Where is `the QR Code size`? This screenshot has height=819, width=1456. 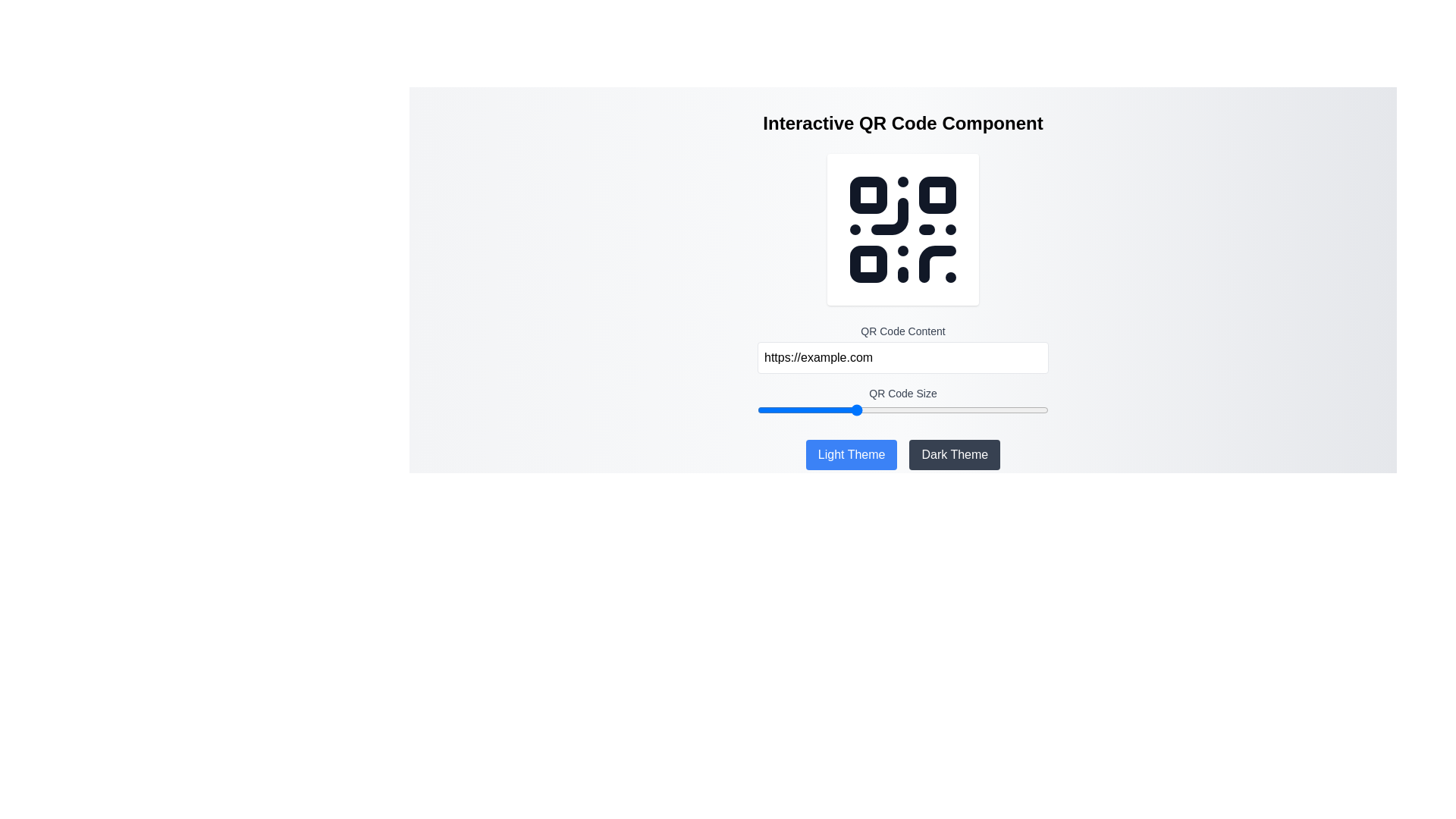 the QR Code size is located at coordinates (794, 409).